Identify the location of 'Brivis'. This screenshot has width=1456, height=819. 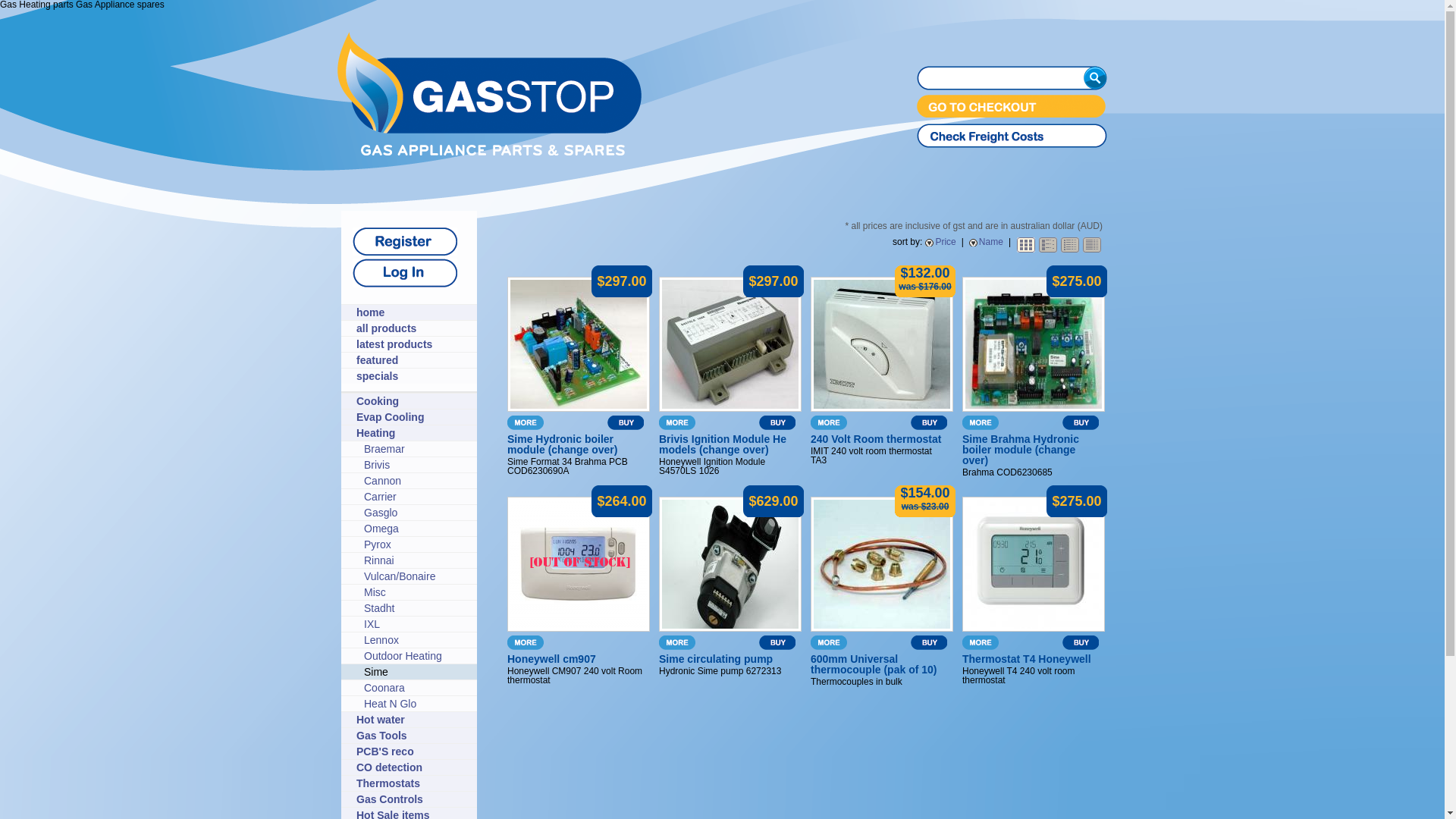
(416, 464).